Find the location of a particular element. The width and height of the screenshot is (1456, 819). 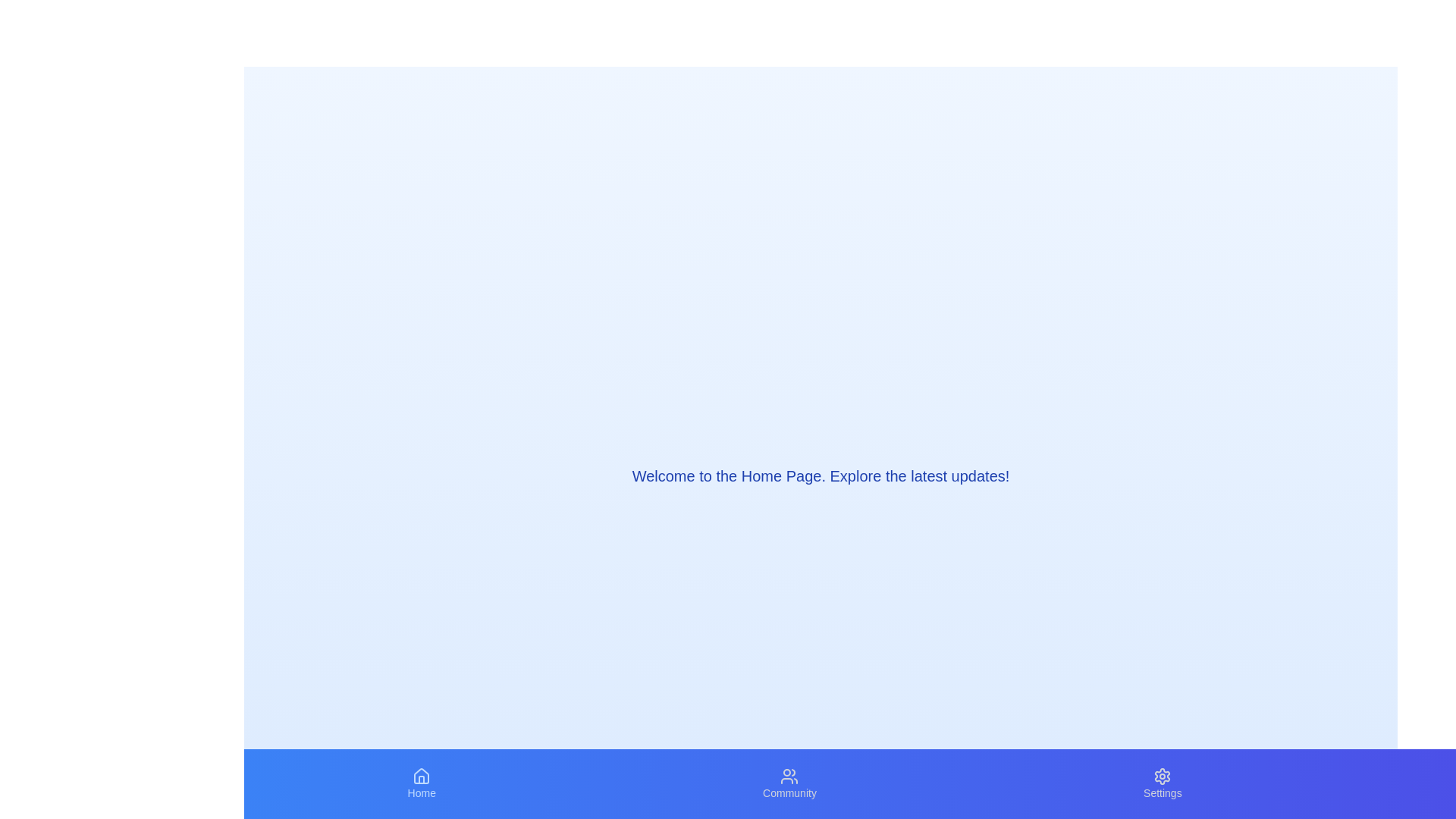

the text label for the home navigation option, which is centrally located under the home icon in the bottom navigation bar is located at coordinates (422, 792).